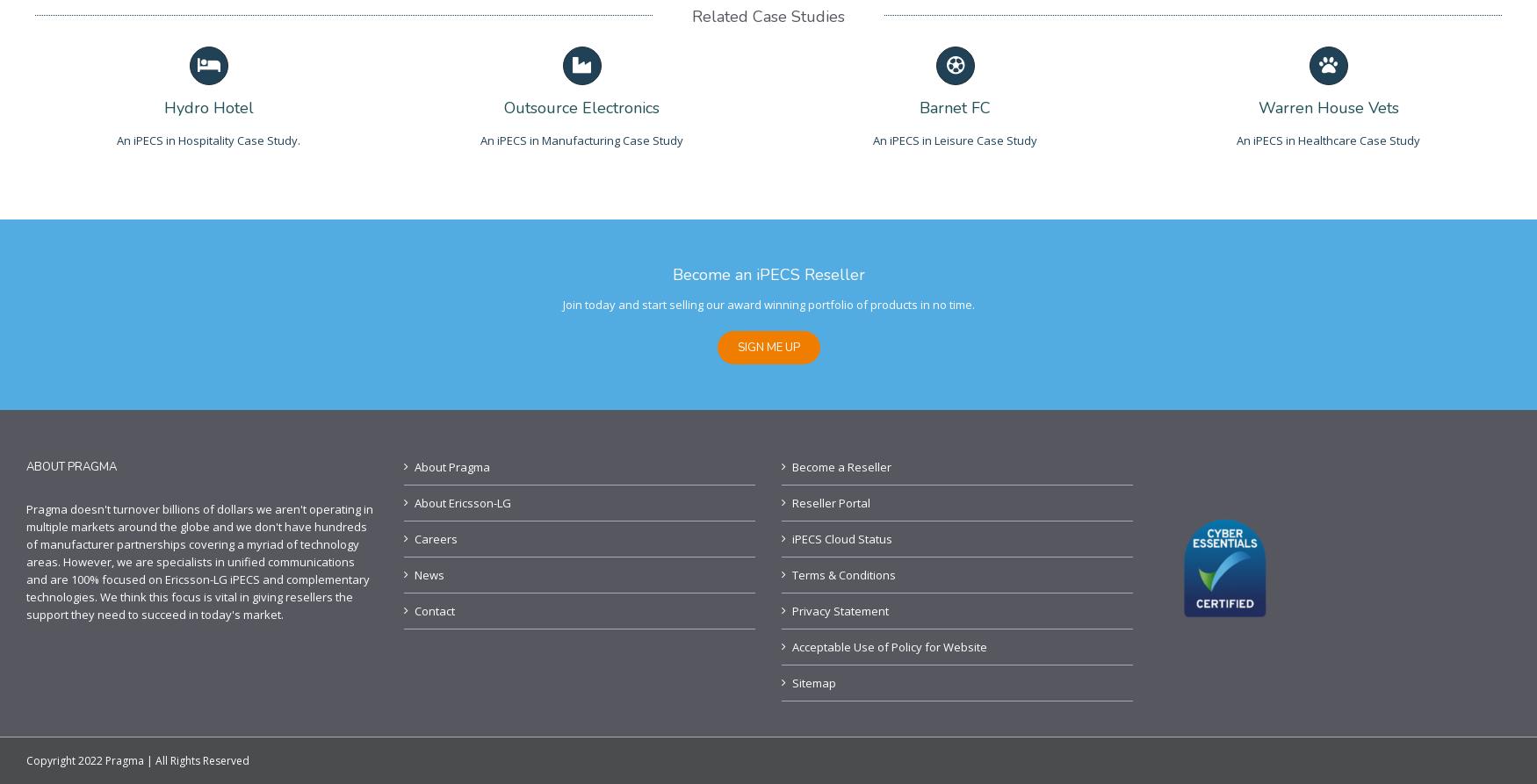 Image resolution: width=1537 pixels, height=784 pixels. What do you see at coordinates (207, 107) in the screenshot?
I see `'Hydro Hotel'` at bounding box center [207, 107].